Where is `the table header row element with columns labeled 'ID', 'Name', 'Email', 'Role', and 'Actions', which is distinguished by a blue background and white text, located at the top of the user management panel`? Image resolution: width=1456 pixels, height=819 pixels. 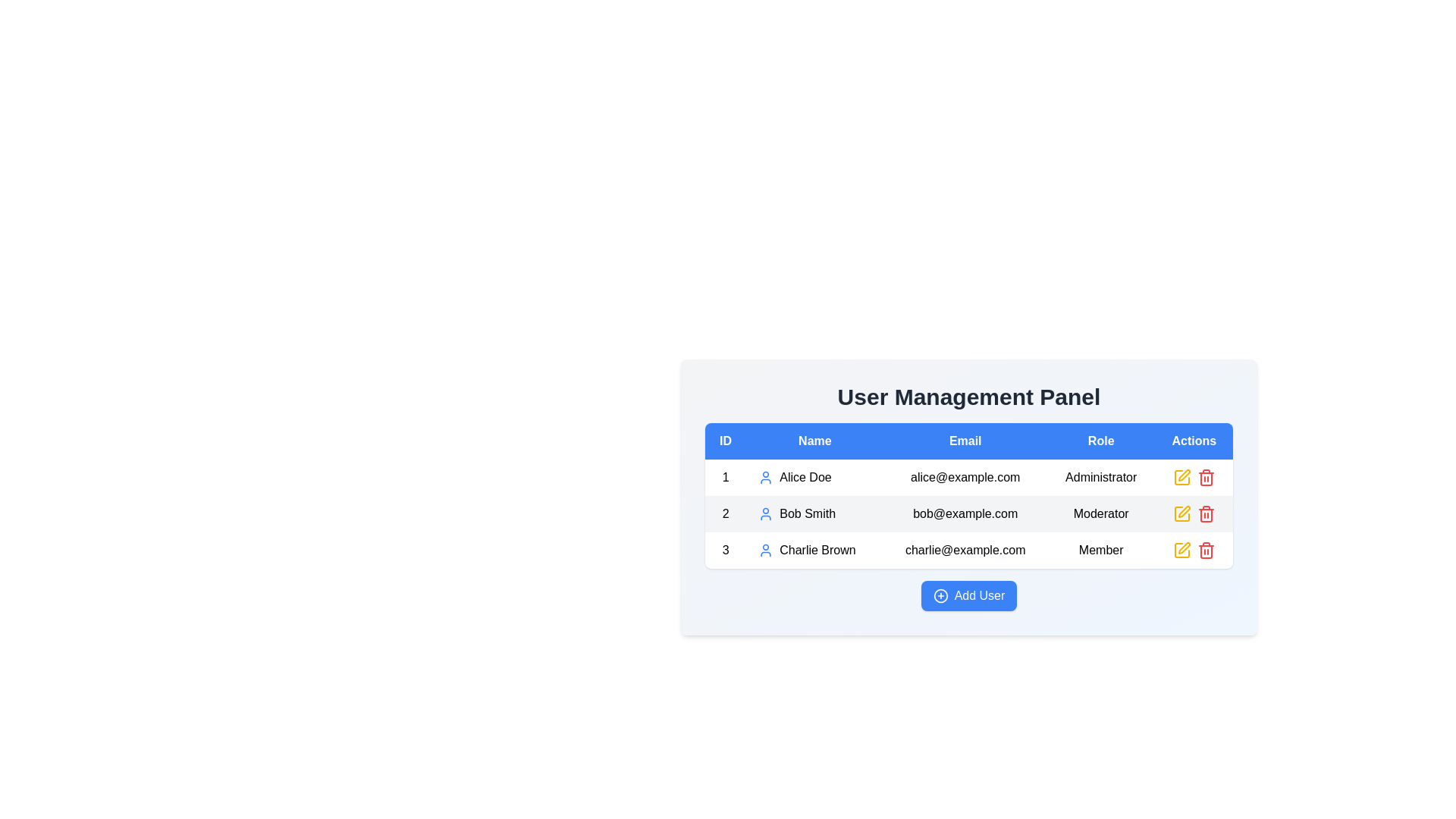
the table header row element with columns labeled 'ID', 'Name', 'Email', 'Role', and 'Actions', which is distinguished by a blue background and white text, located at the top of the user management panel is located at coordinates (968, 441).